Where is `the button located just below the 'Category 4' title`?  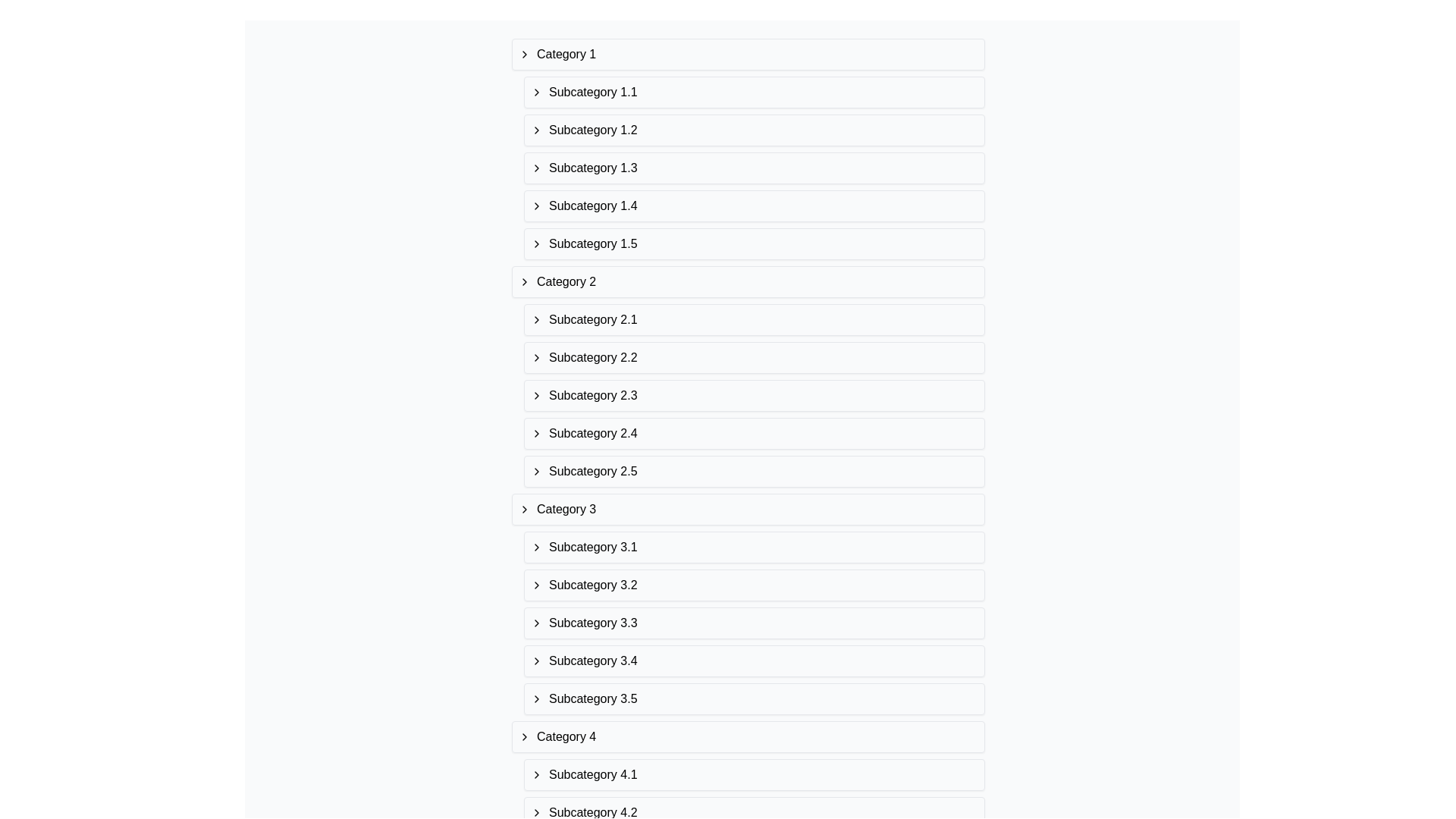 the button located just below the 'Category 4' title is located at coordinates (754, 775).